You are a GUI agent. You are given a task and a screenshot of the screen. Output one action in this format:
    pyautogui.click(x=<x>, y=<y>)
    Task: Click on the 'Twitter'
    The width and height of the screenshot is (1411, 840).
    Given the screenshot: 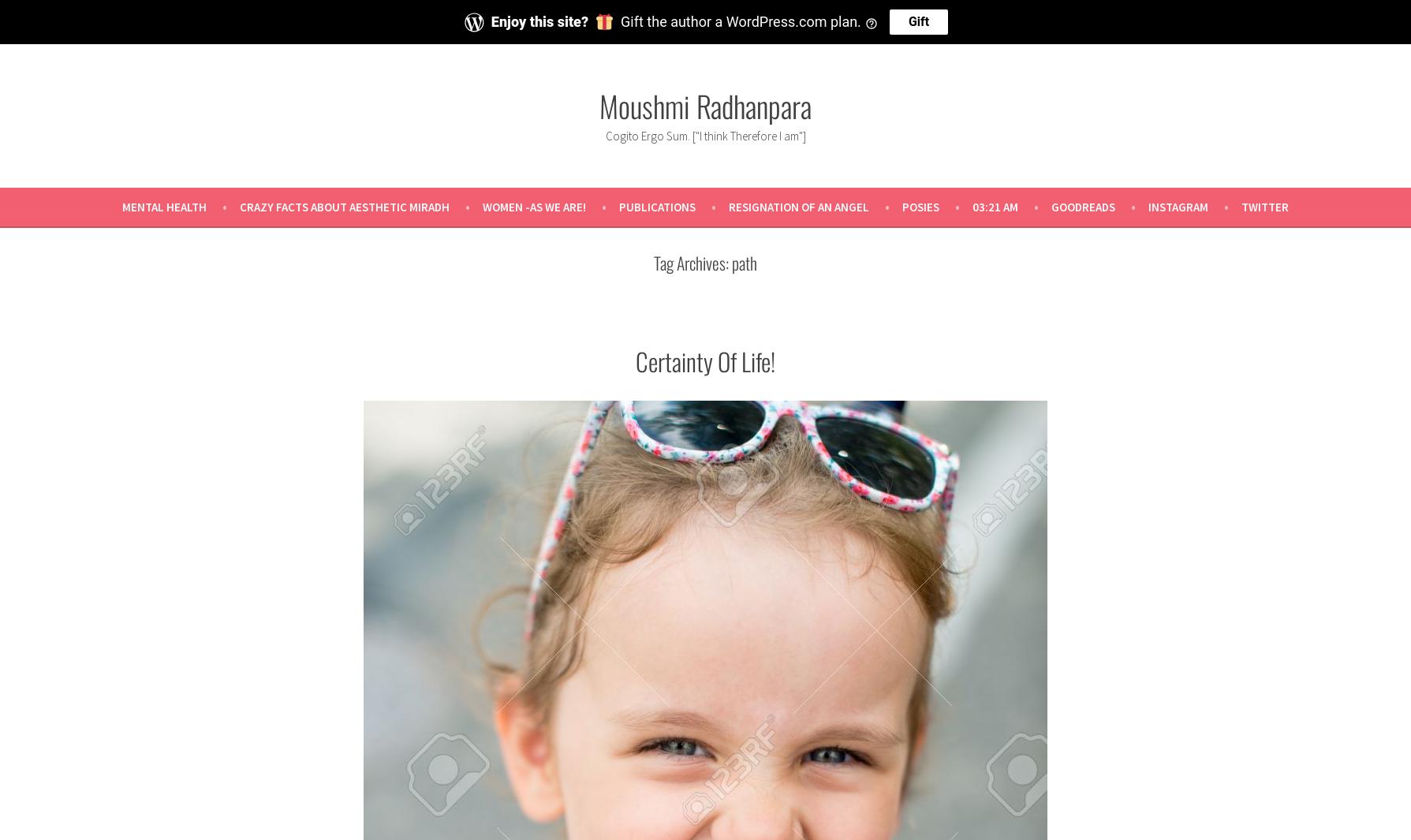 What is the action you would take?
    pyautogui.click(x=1264, y=205)
    